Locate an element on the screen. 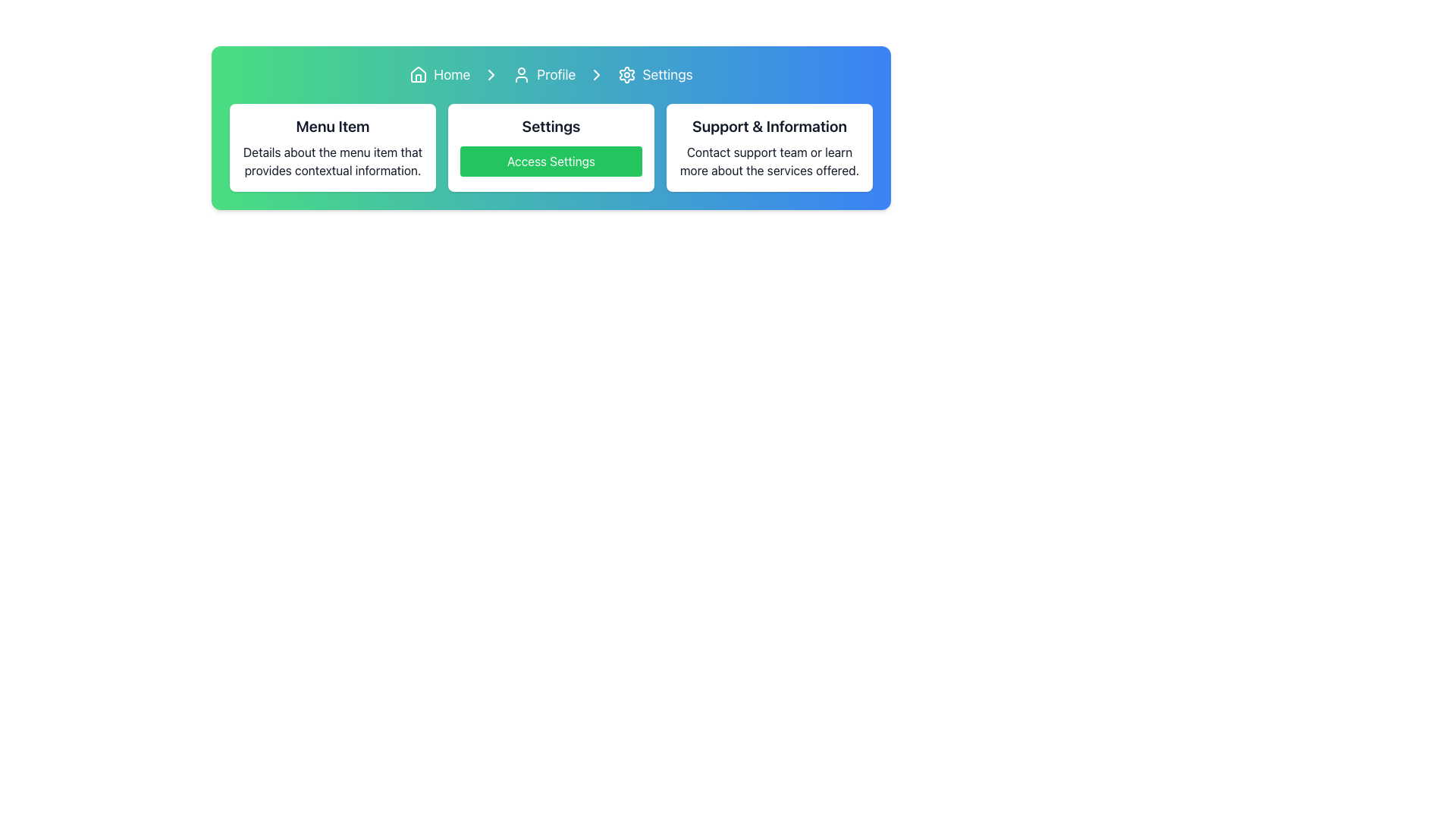 Image resolution: width=1456 pixels, height=819 pixels. the second hyperlink in the breadcrumb navigation bar, which is located between the 'Home' link and the 'Settings' link is located at coordinates (544, 75).